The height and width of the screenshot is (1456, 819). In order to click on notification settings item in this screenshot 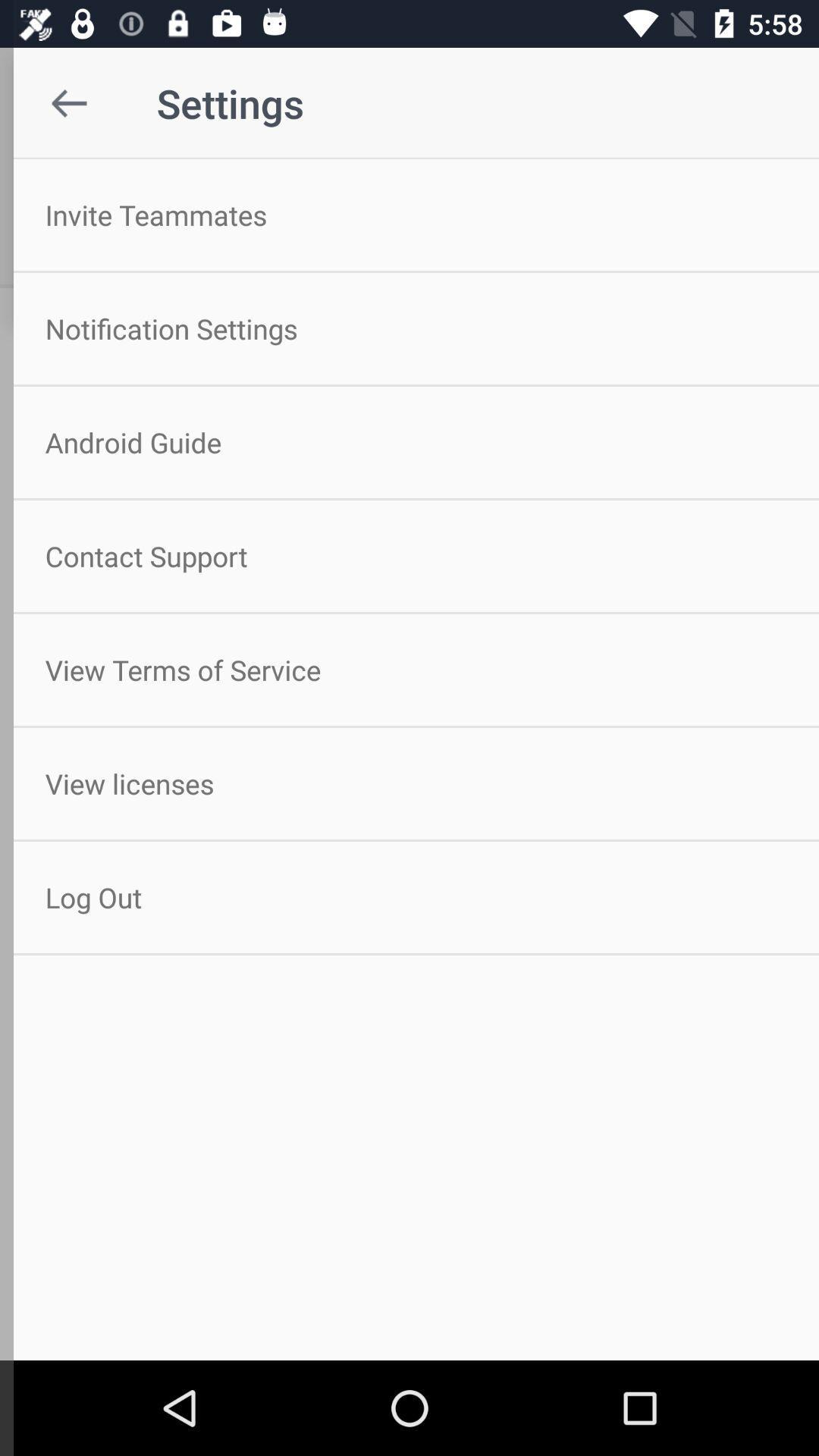, I will do `click(409, 328)`.